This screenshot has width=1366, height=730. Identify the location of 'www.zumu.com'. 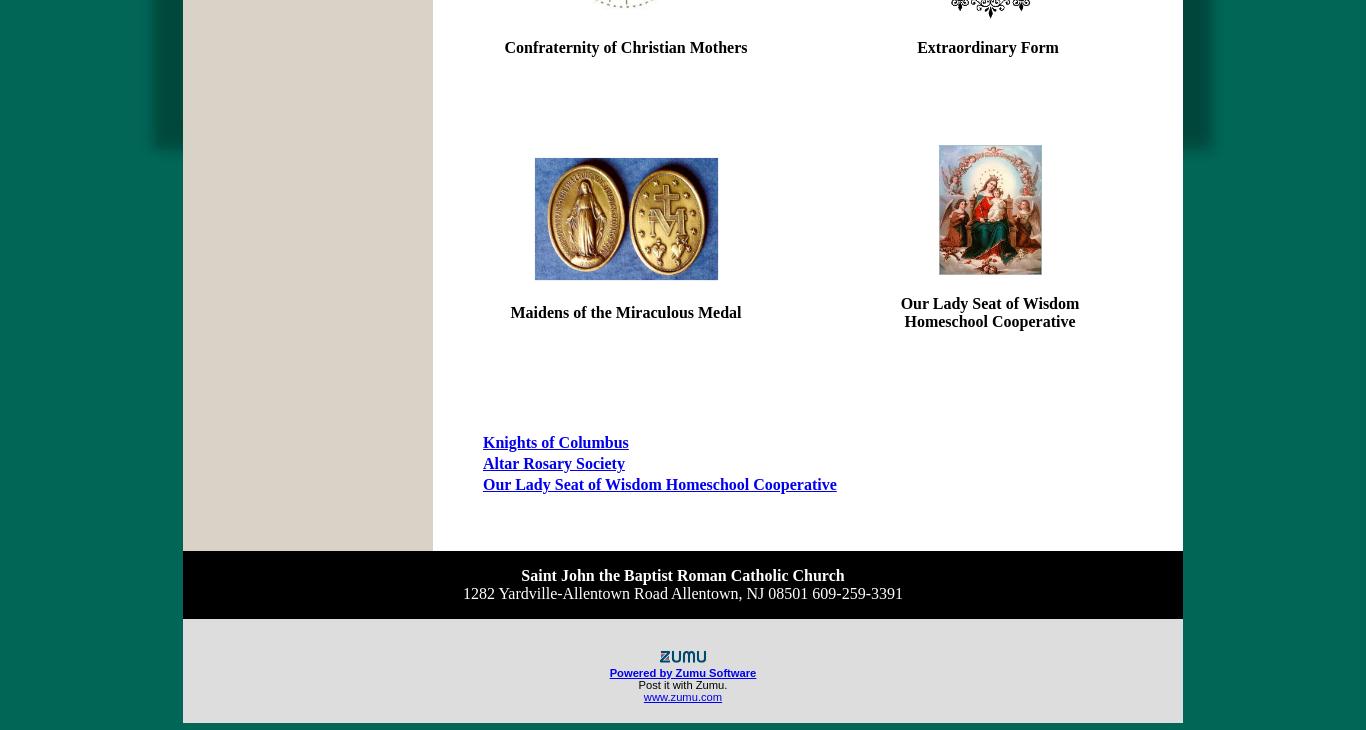
(681, 697).